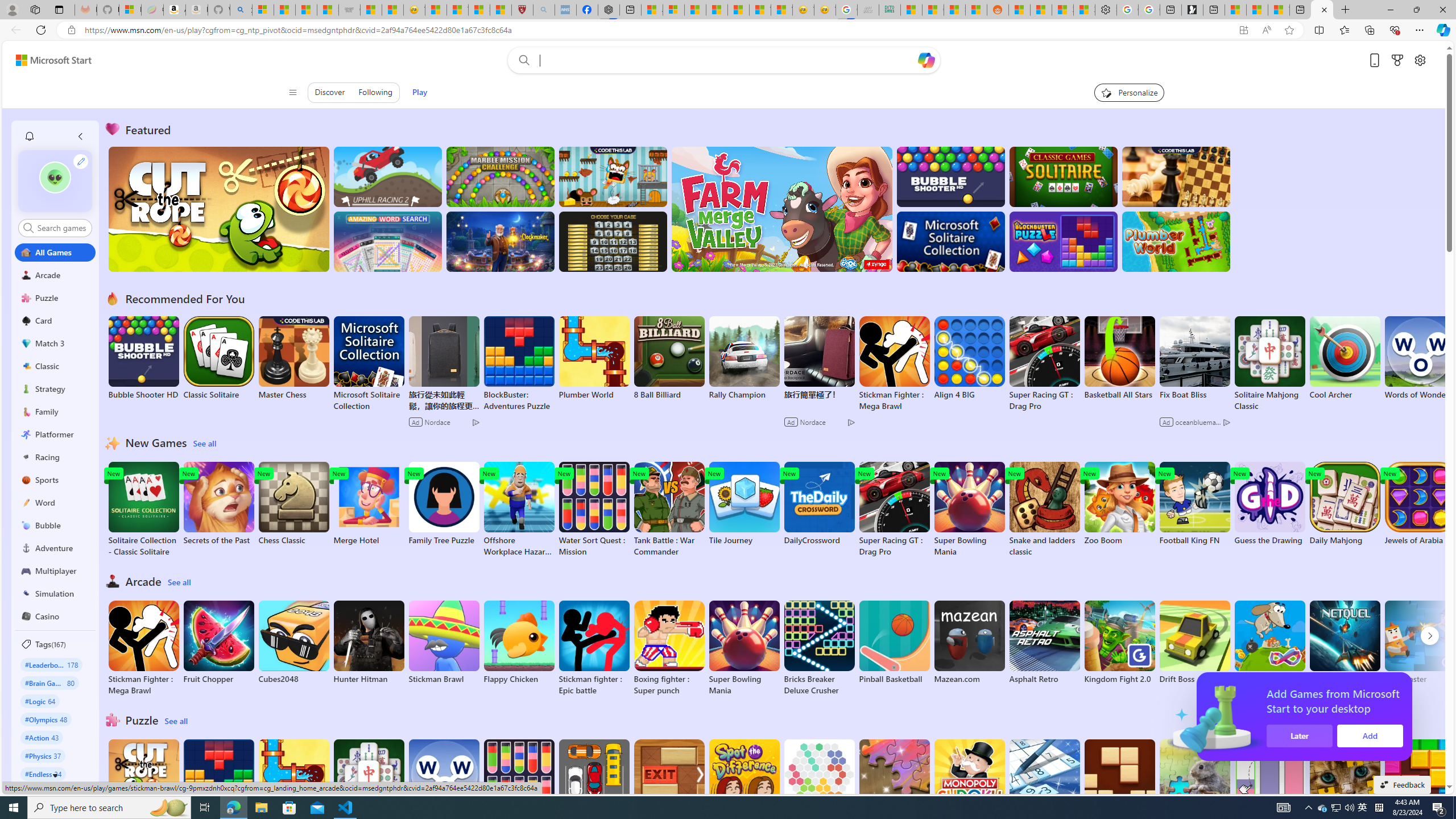  Describe the element at coordinates (744, 358) in the screenshot. I see `'Rally Champion'` at that location.